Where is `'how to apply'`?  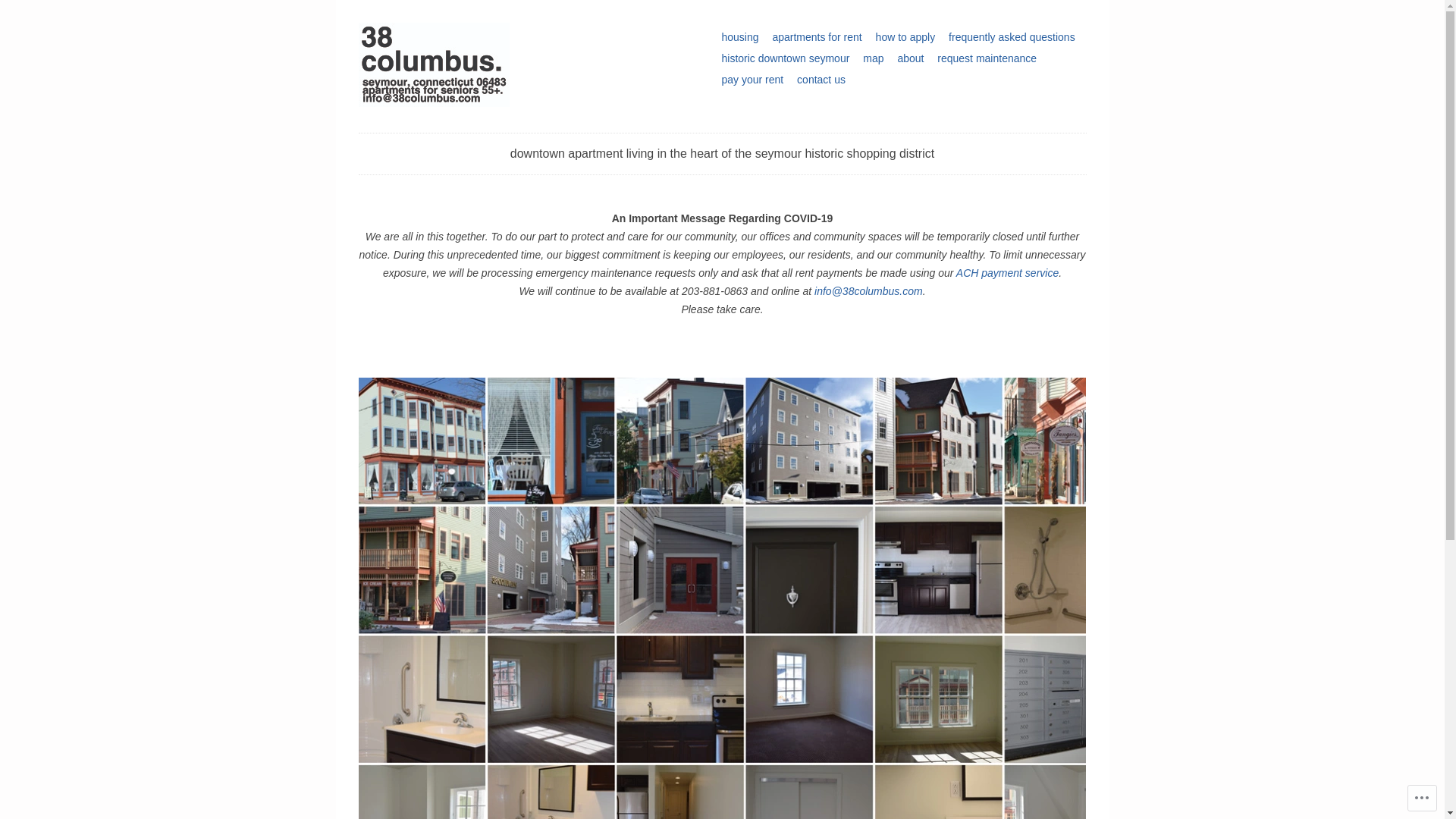 'how to apply' is located at coordinates (905, 36).